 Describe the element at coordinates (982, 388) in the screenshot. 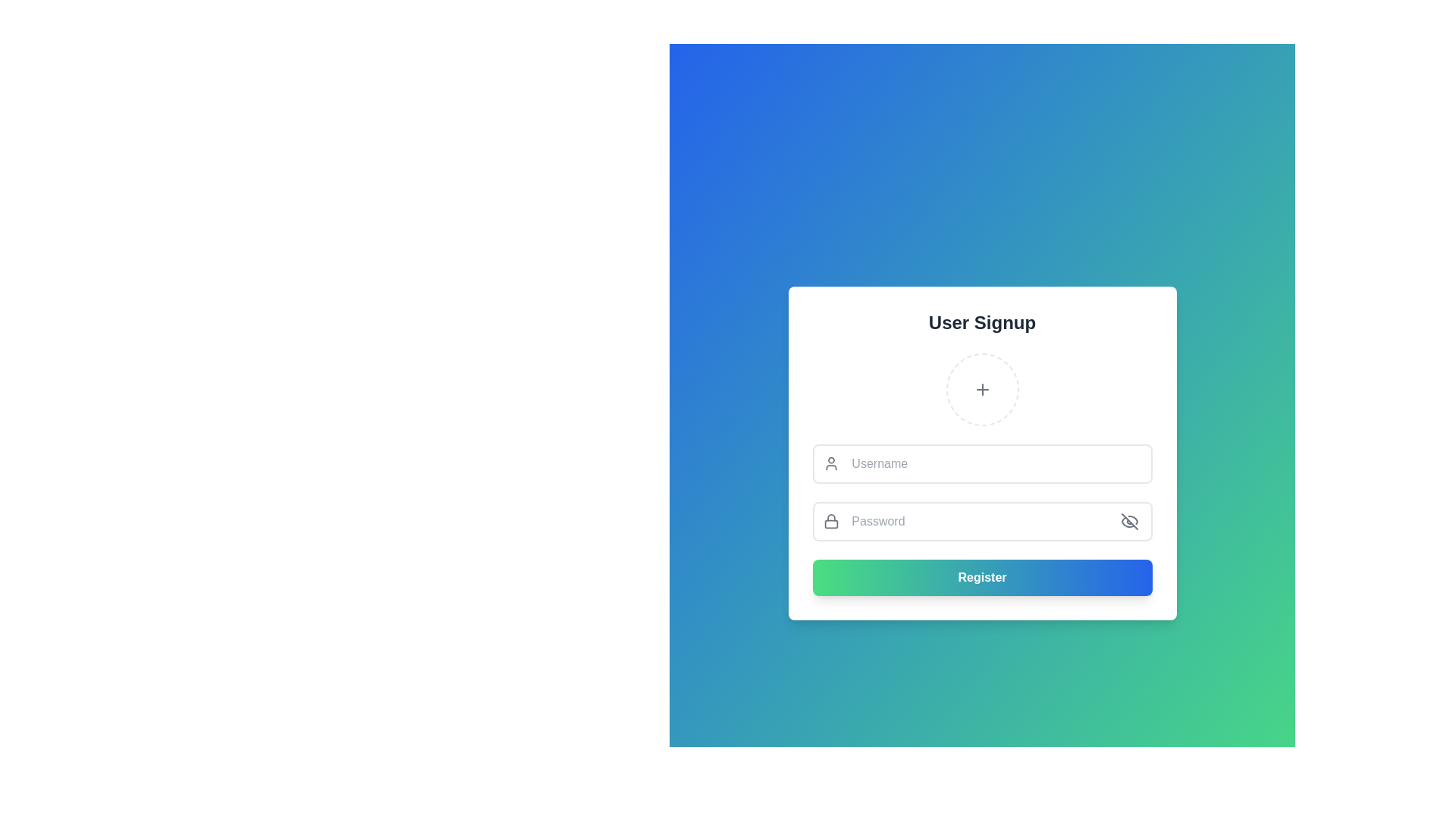

I see `the Image upload placeholder located centrally within the 'User Signup' card` at that location.